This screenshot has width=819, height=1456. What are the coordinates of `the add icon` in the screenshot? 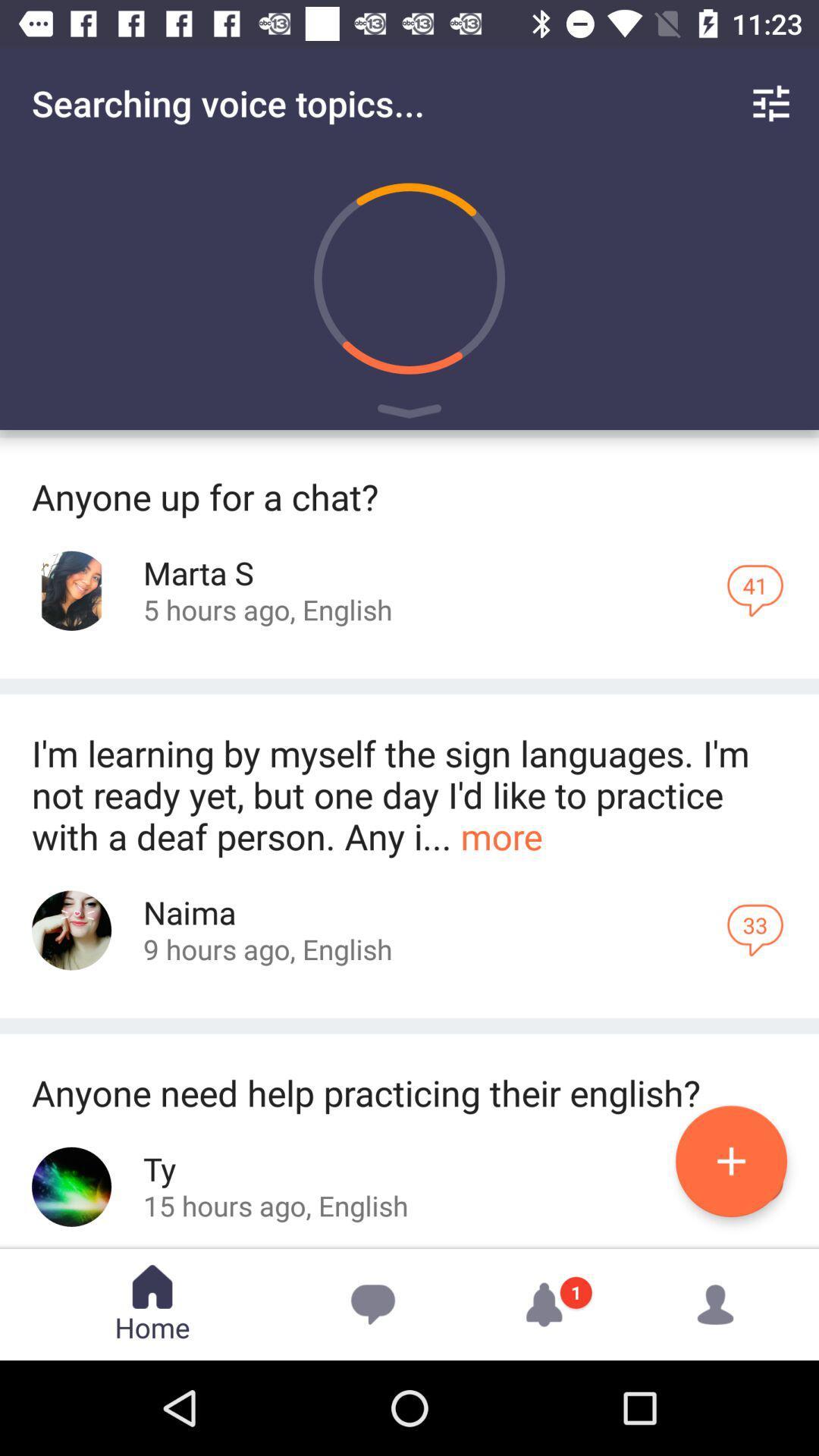 It's located at (730, 1160).